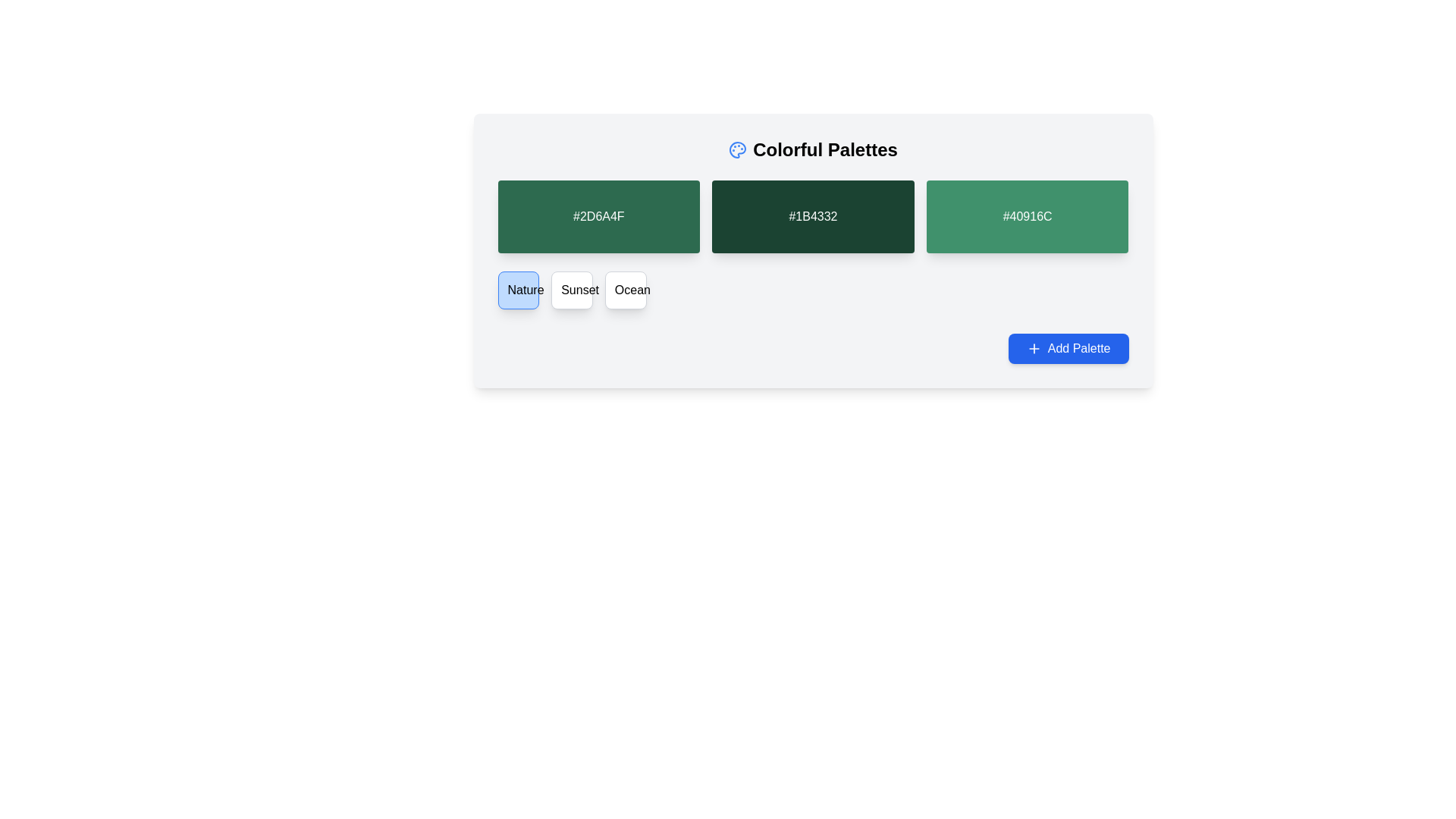 This screenshot has height=819, width=1456. Describe the element at coordinates (518, 290) in the screenshot. I see `the 'Nature' button, which is the leftmost button in a group of three buttons under the 'Colorful Palettes' title` at that location.